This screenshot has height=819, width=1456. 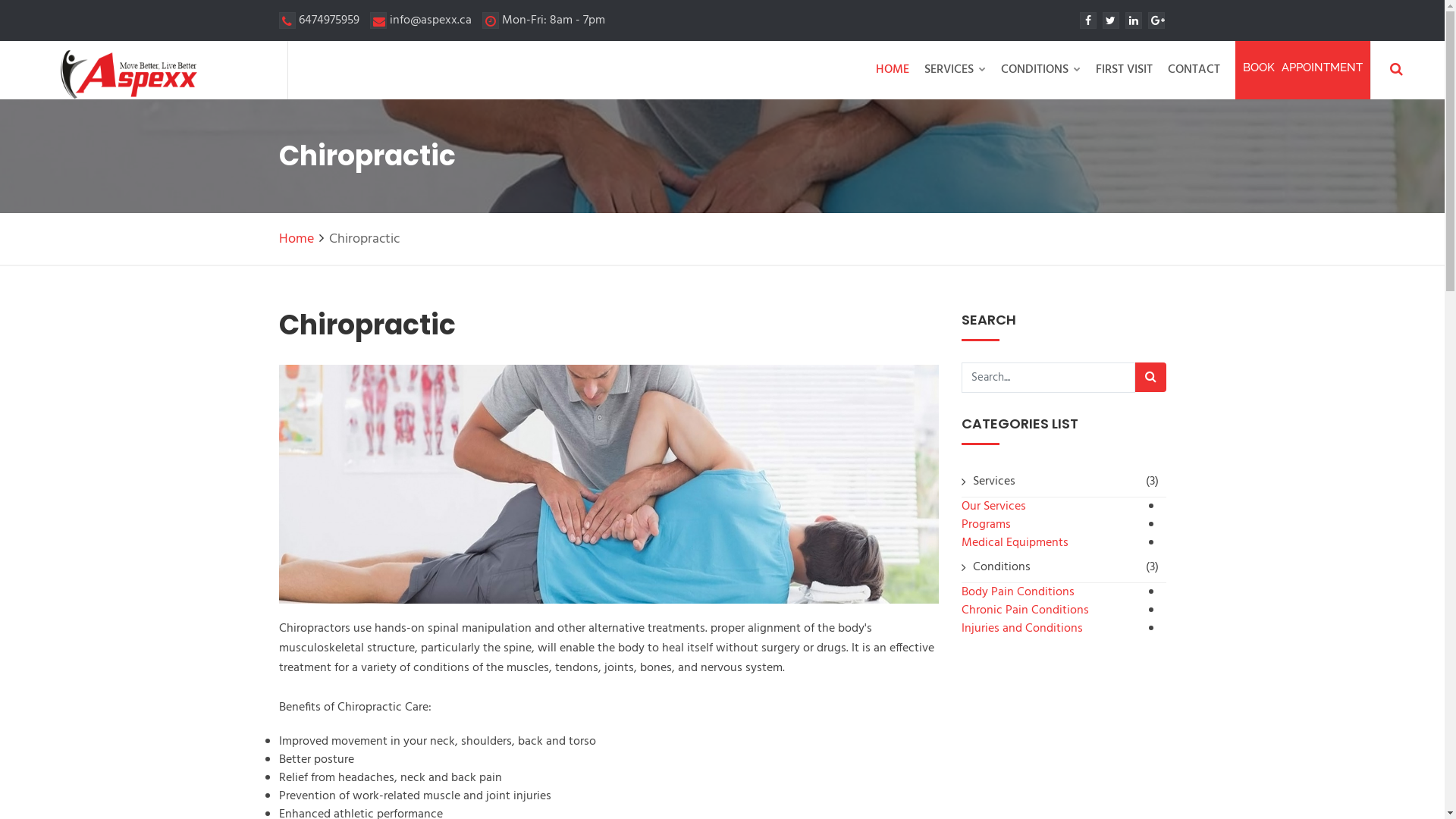 I want to click on 'Mon-Fri: 8am - 7pm', so click(x=543, y=20).